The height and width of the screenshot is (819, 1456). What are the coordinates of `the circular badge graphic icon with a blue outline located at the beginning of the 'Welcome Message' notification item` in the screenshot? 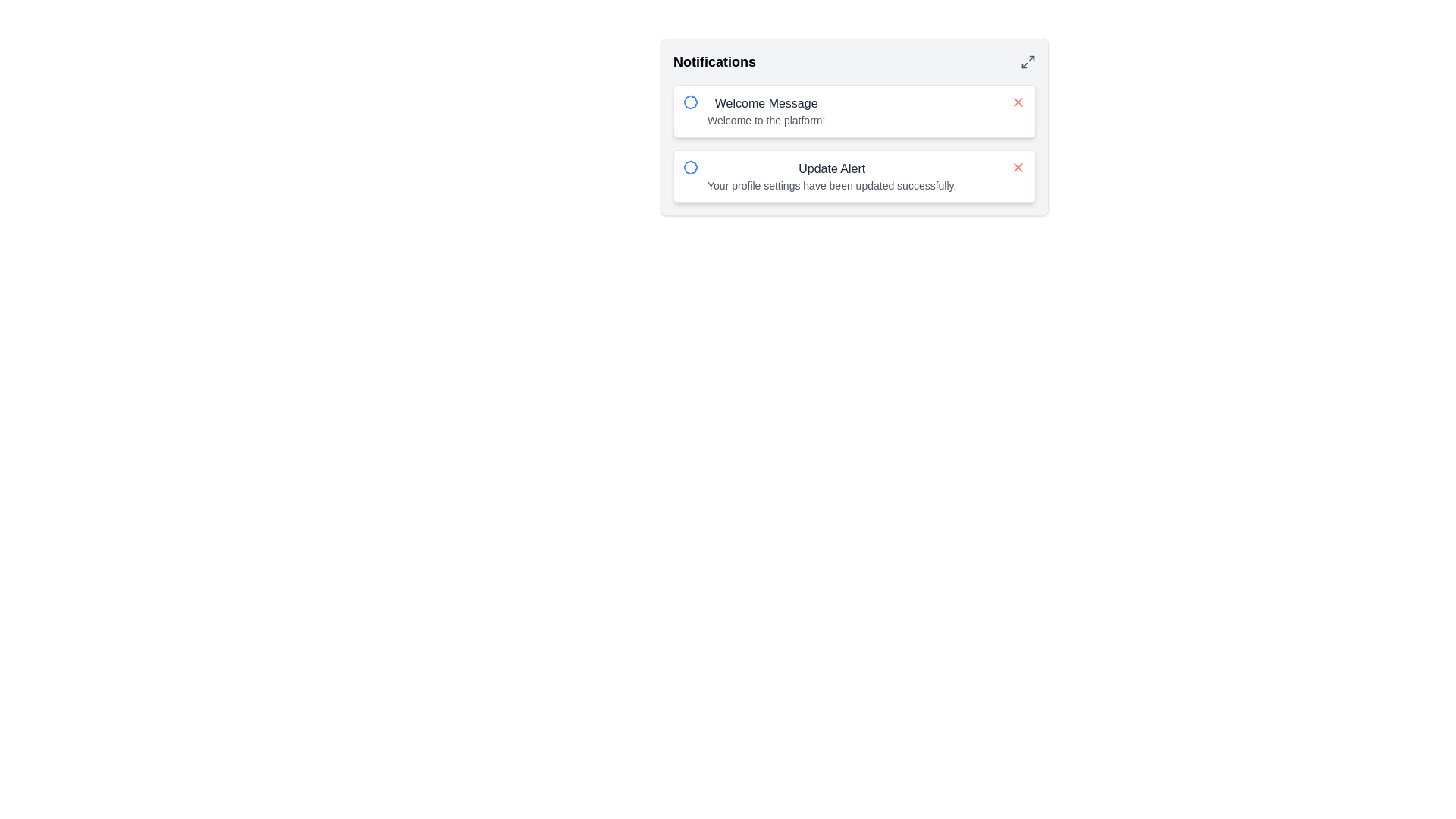 It's located at (690, 102).